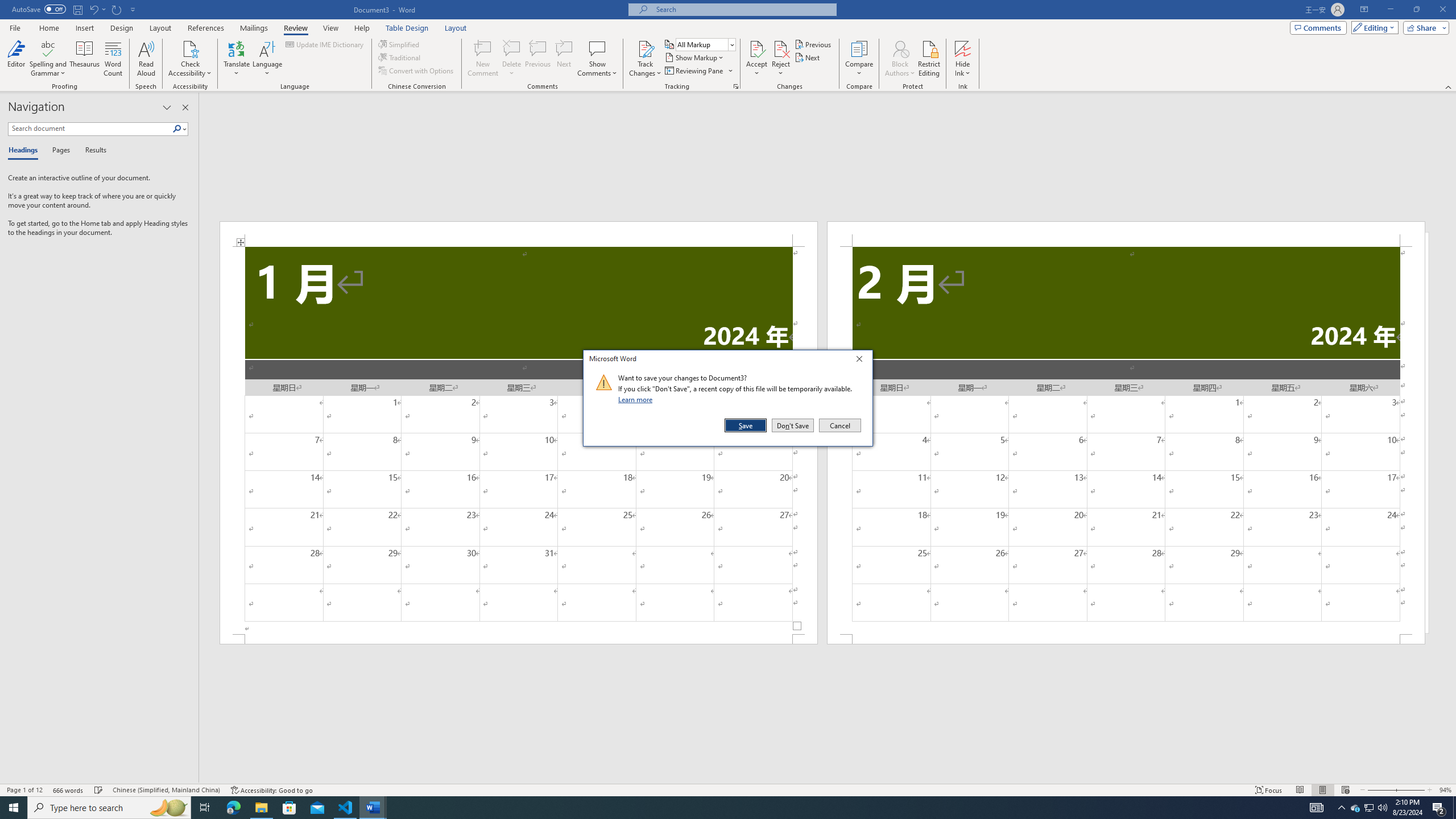 The width and height of the screenshot is (1456, 819). I want to click on 'Reviewing Pane', so click(694, 69).